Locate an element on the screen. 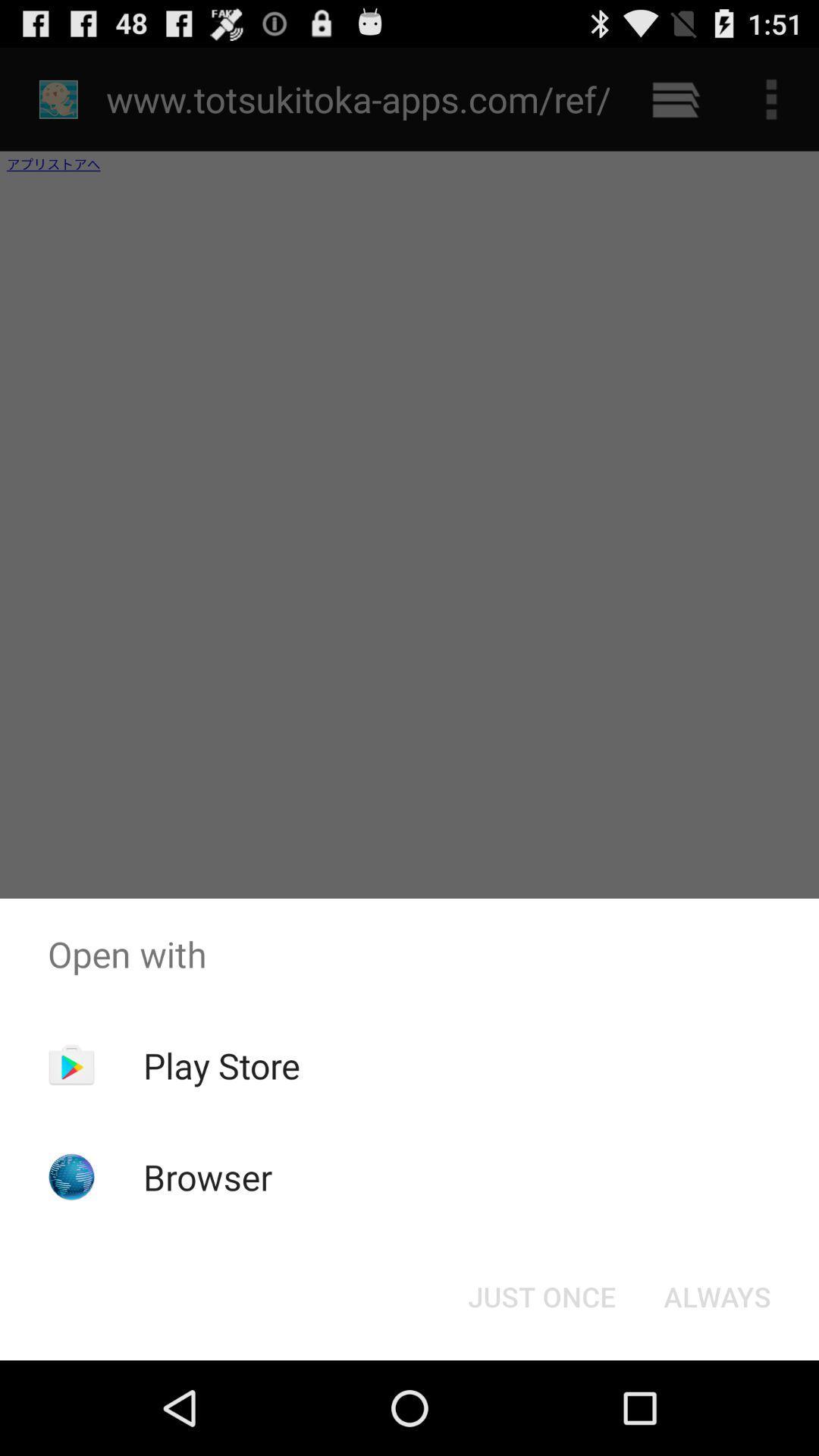 This screenshot has width=819, height=1456. the icon to the left of the always is located at coordinates (541, 1295).